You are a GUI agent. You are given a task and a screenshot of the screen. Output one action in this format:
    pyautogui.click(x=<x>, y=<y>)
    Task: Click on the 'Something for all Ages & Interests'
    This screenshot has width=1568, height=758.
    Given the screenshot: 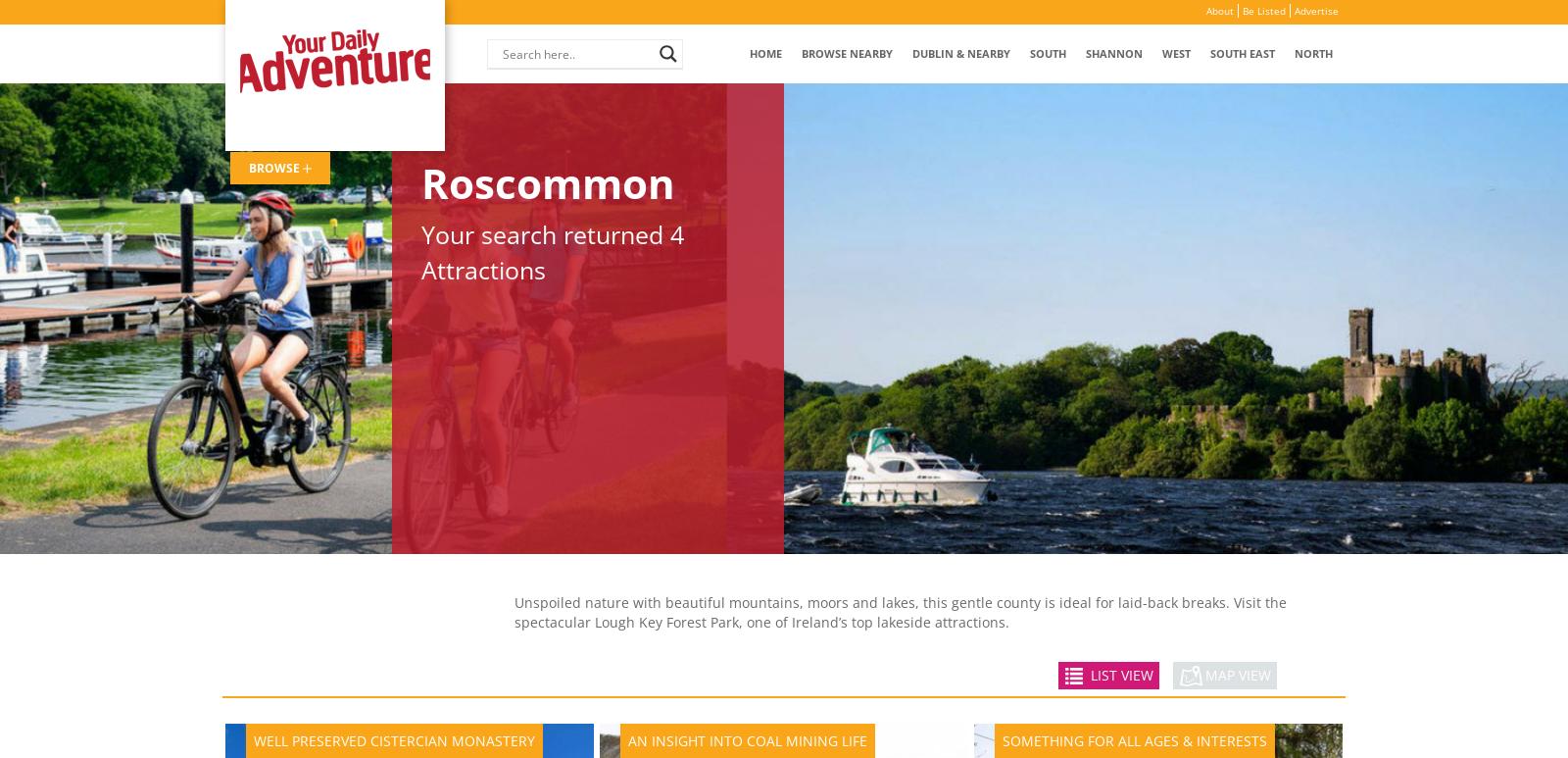 What is the action you would take?
    pyautogui.click(x=1135, y=739)
    